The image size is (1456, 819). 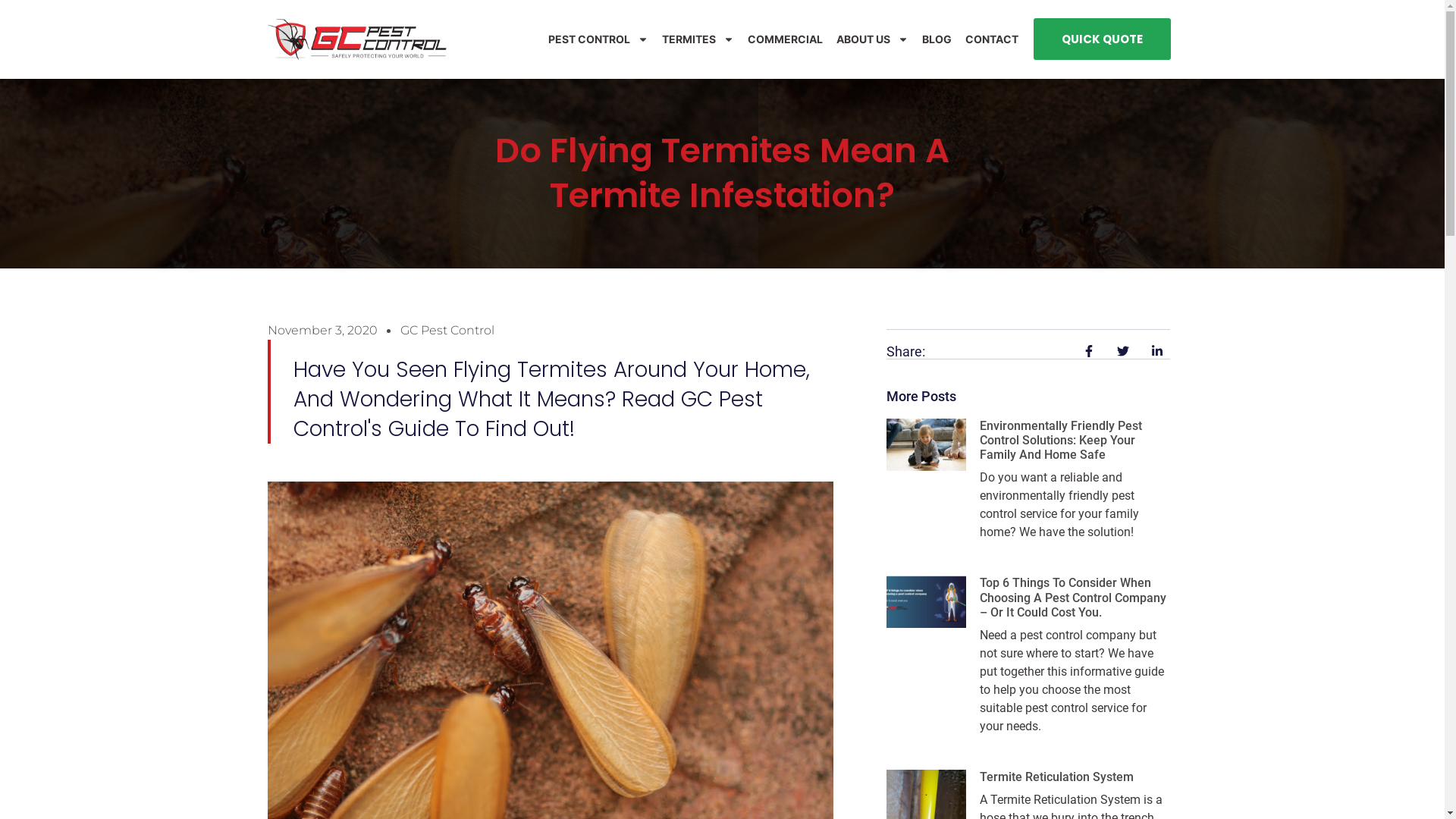 What do you see at coordinates (747, 38) in the screenshot?
I see `'COMMERCIAL'` at bounding box center [747, 38].